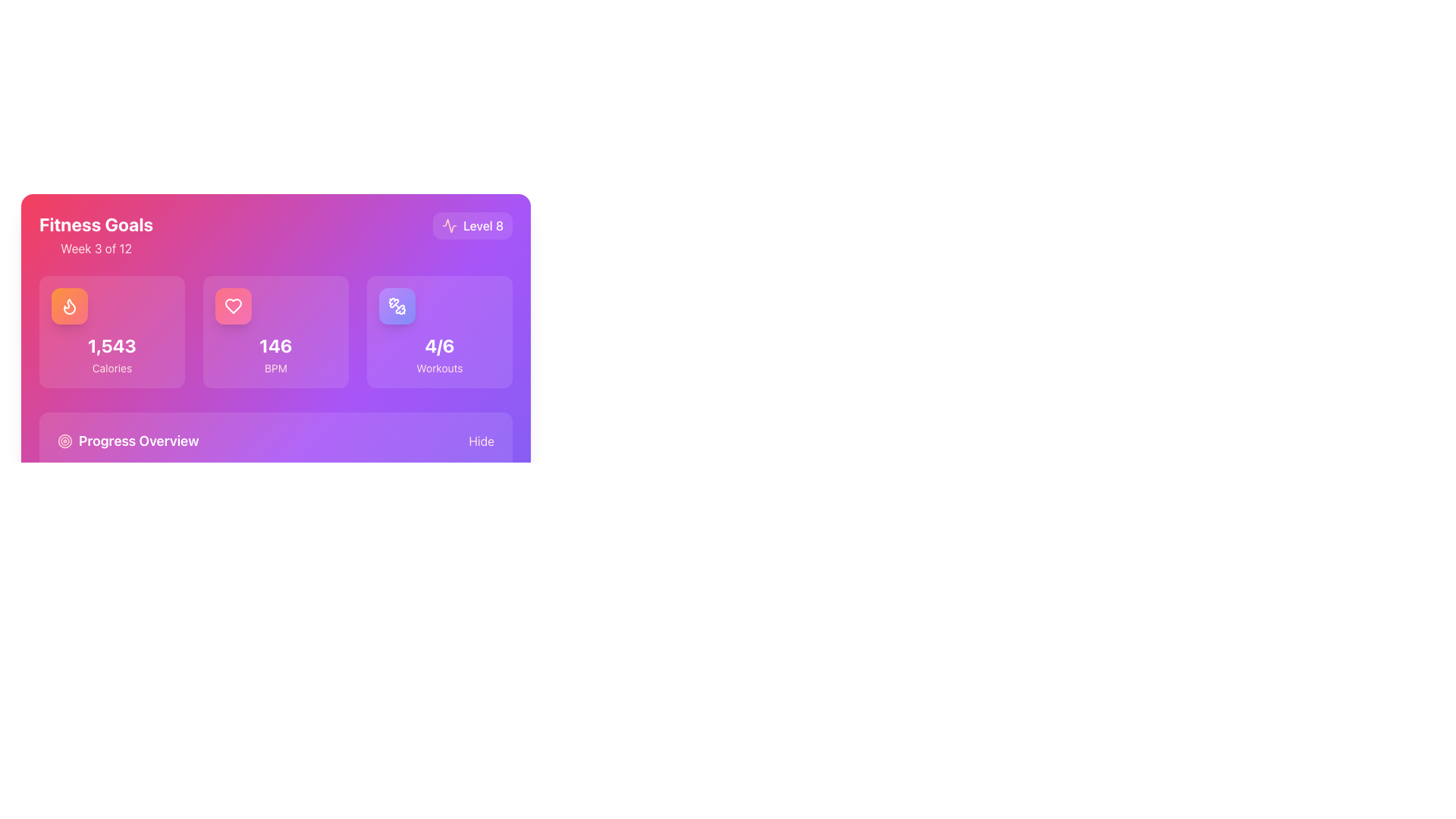 The height and width of the screenshot is (819, 1456). I want to click on the heart icon representing the heart rate metric in the fitness dashboard, located in the second card labeled '146 BPM', so click(232, 306).